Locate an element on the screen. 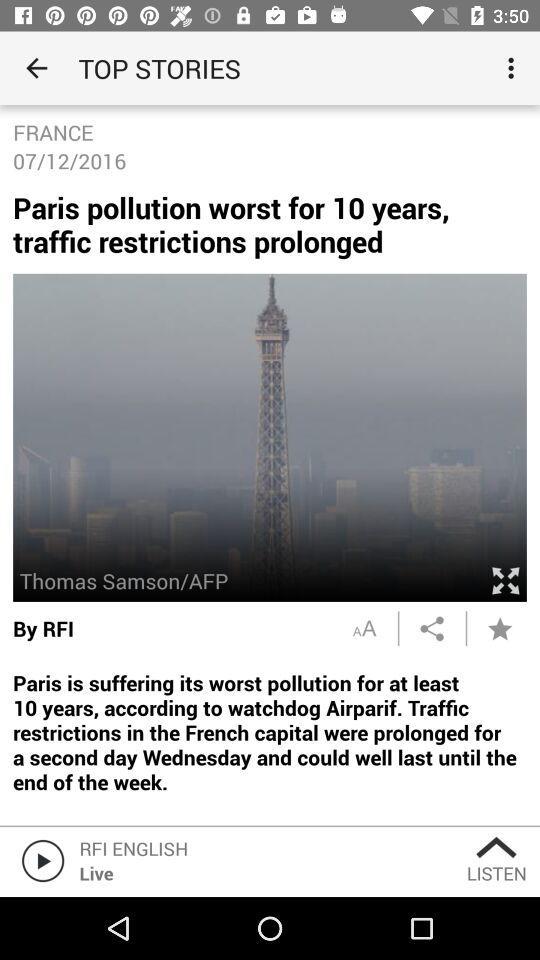 This screenshot has height=960, width=540. the play icon is located at coordinates (39, 859).